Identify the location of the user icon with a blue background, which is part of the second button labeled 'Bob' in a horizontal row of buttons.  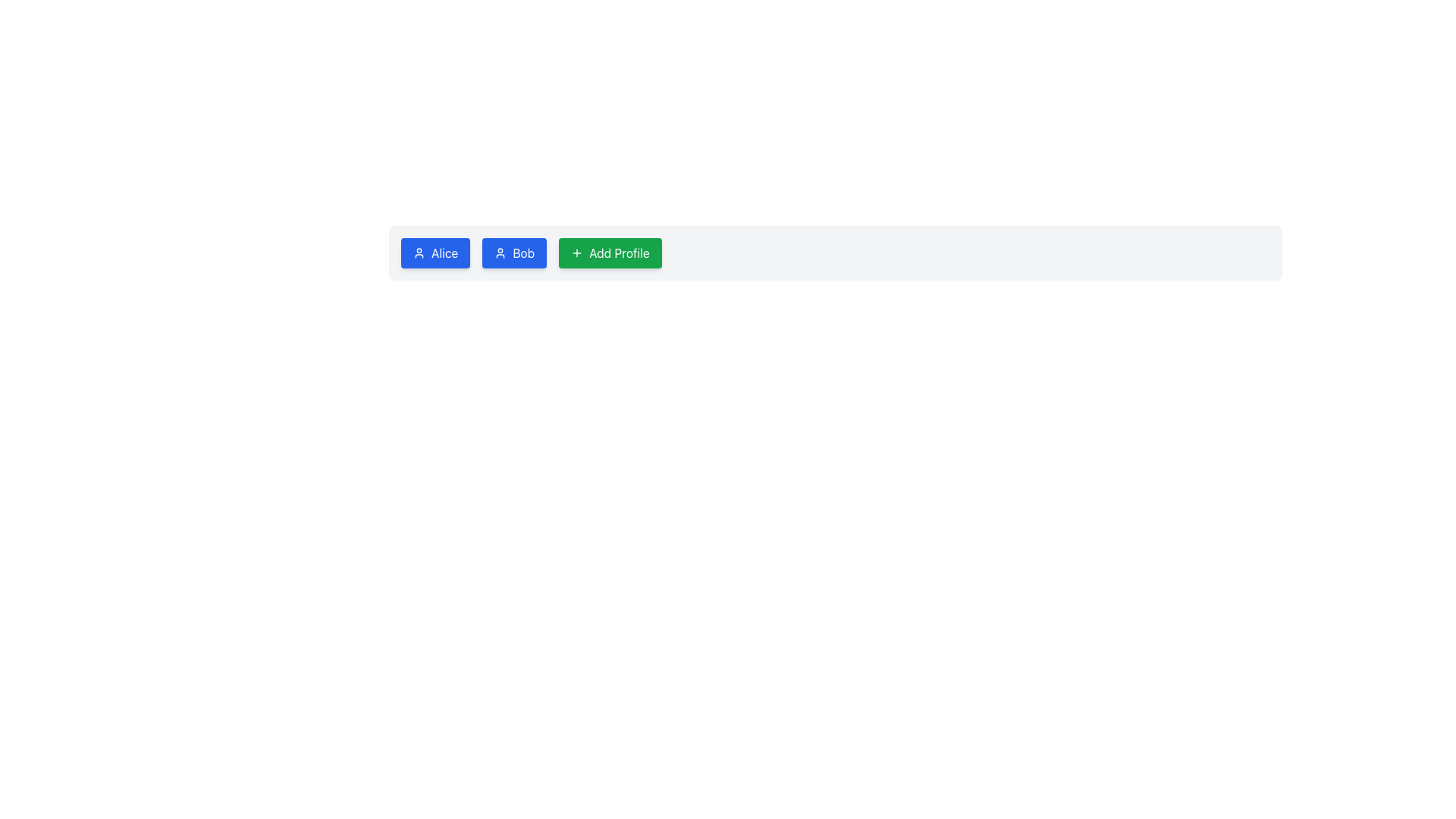
(500, 253).